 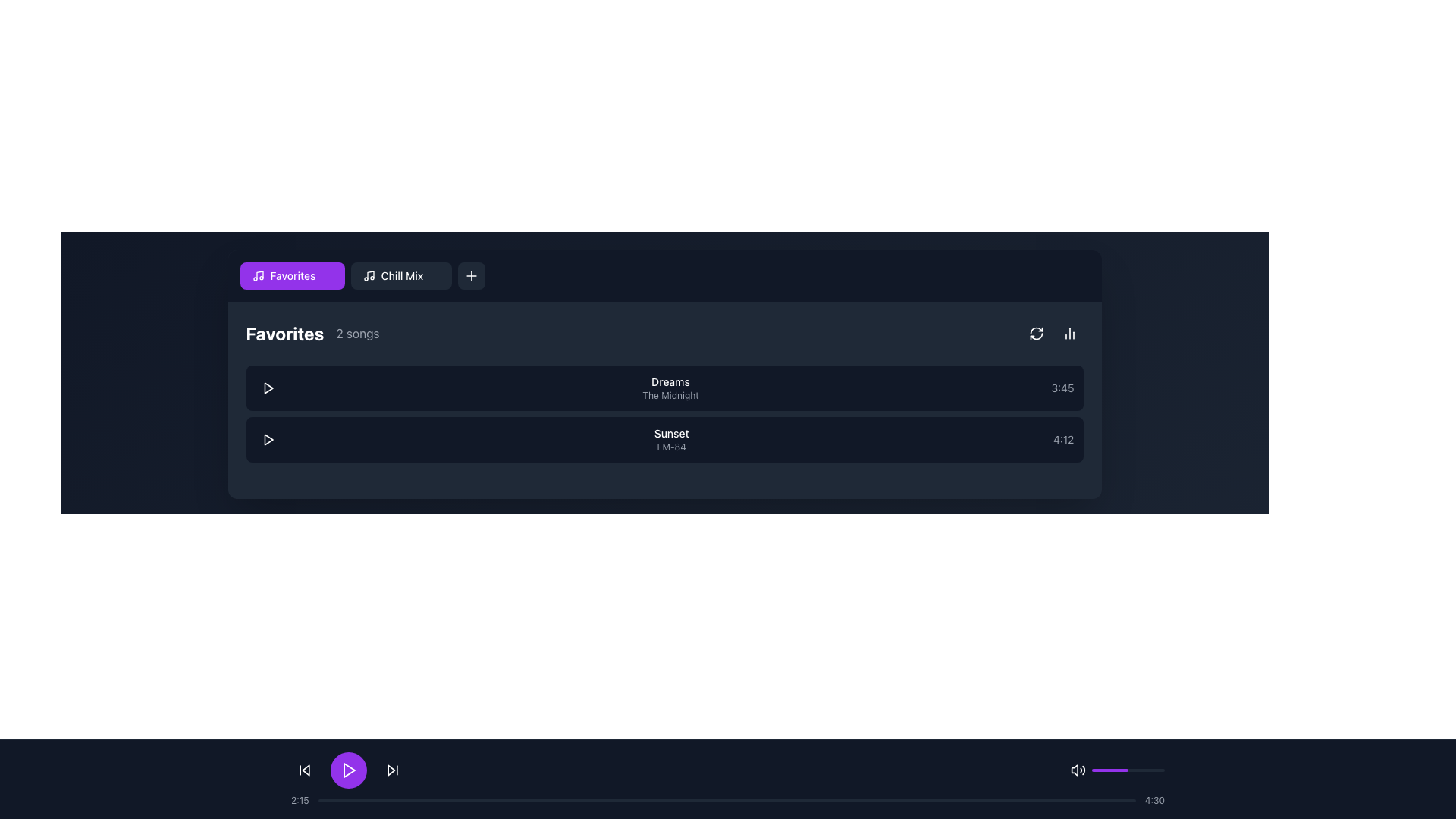 I want to click on the first song entry, so click(x=664, y=388).